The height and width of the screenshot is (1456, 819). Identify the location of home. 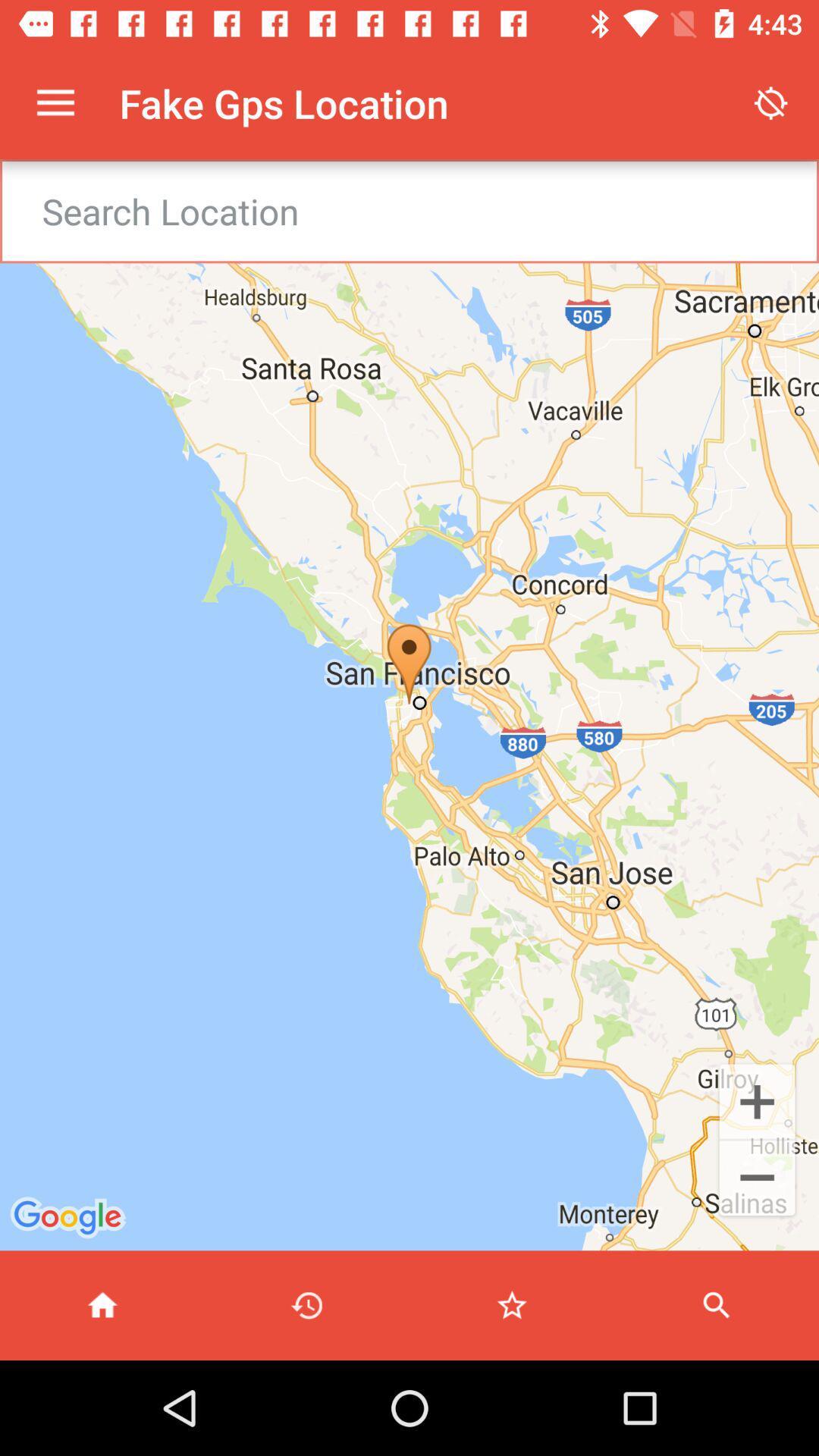
(102, 1304).